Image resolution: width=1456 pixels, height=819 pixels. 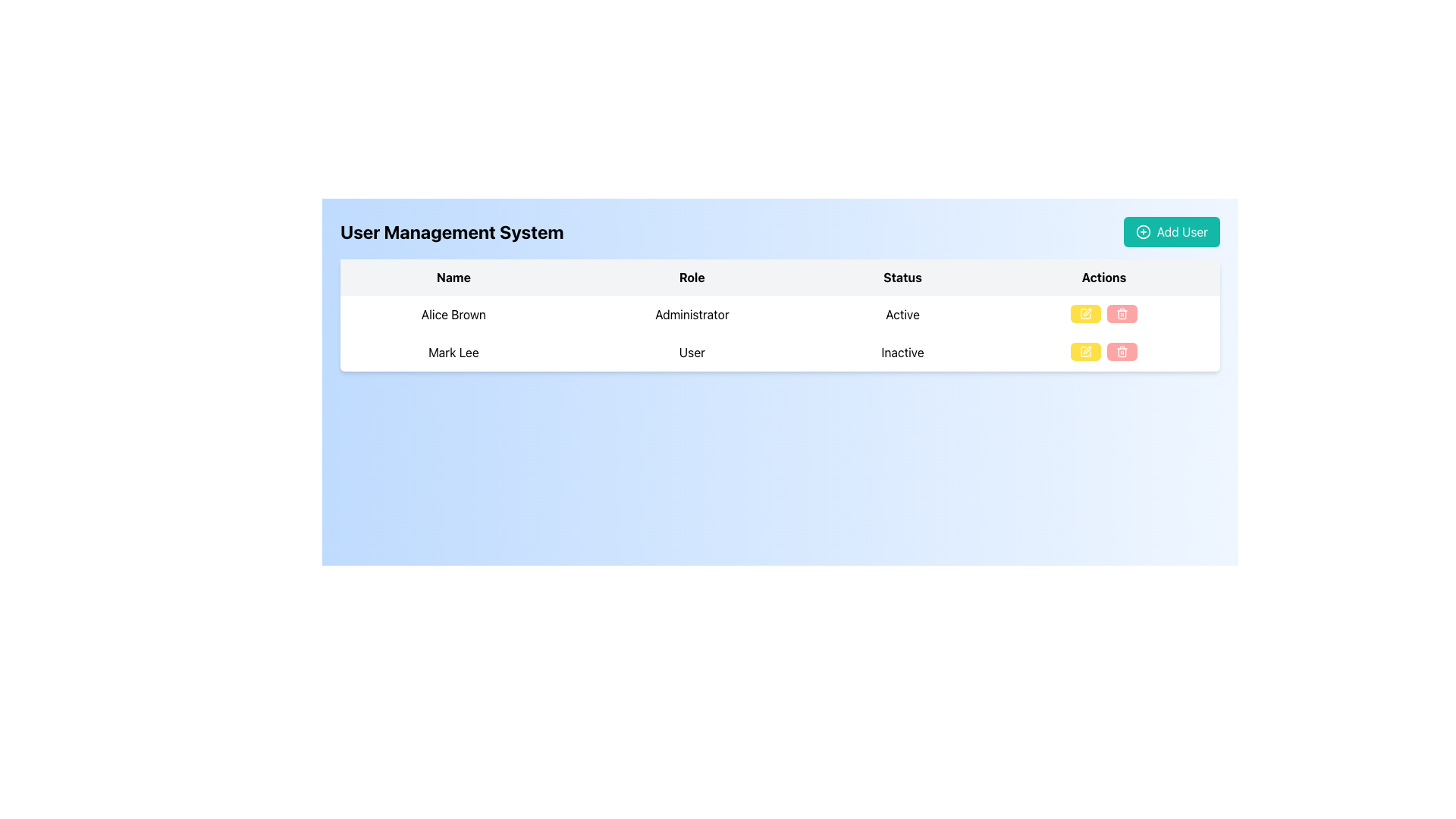 I want to click on the delete button located in the 'Actions' column of the 'User Management System' table, aligned with the 'Administrator' row, to initiate the delete action, so click(x=1122, y=312).